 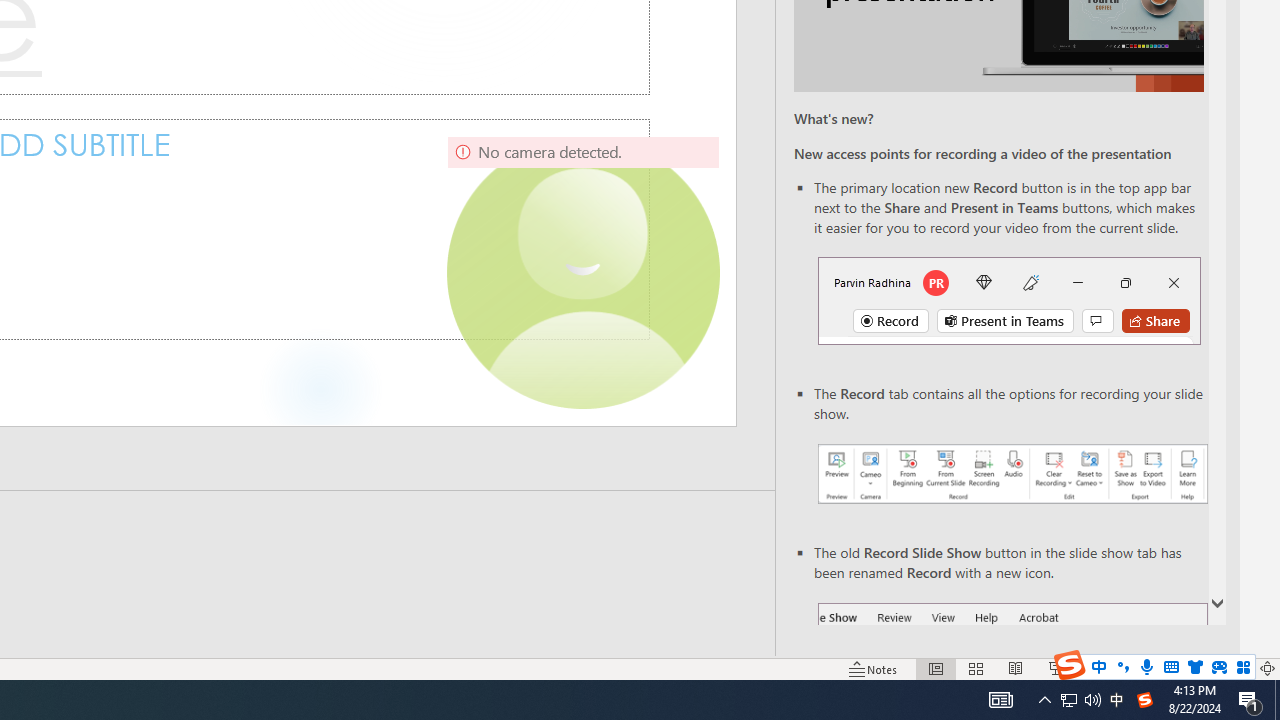 I want to click on 'Zoom In', so click(x=1203, y=669).